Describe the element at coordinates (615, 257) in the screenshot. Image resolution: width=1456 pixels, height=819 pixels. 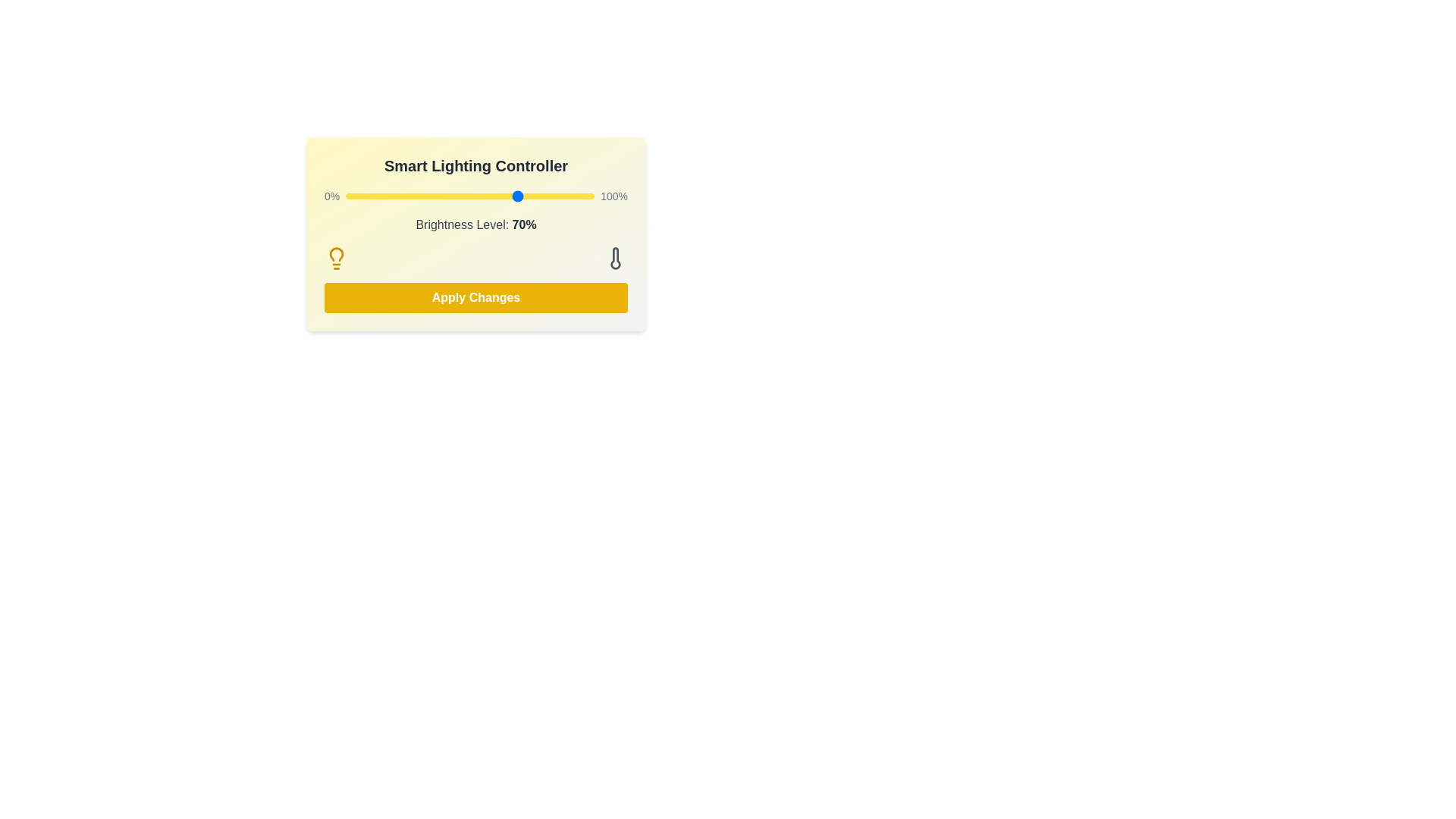
I see `the thermometer icon to explore its visual feedback` at that location.